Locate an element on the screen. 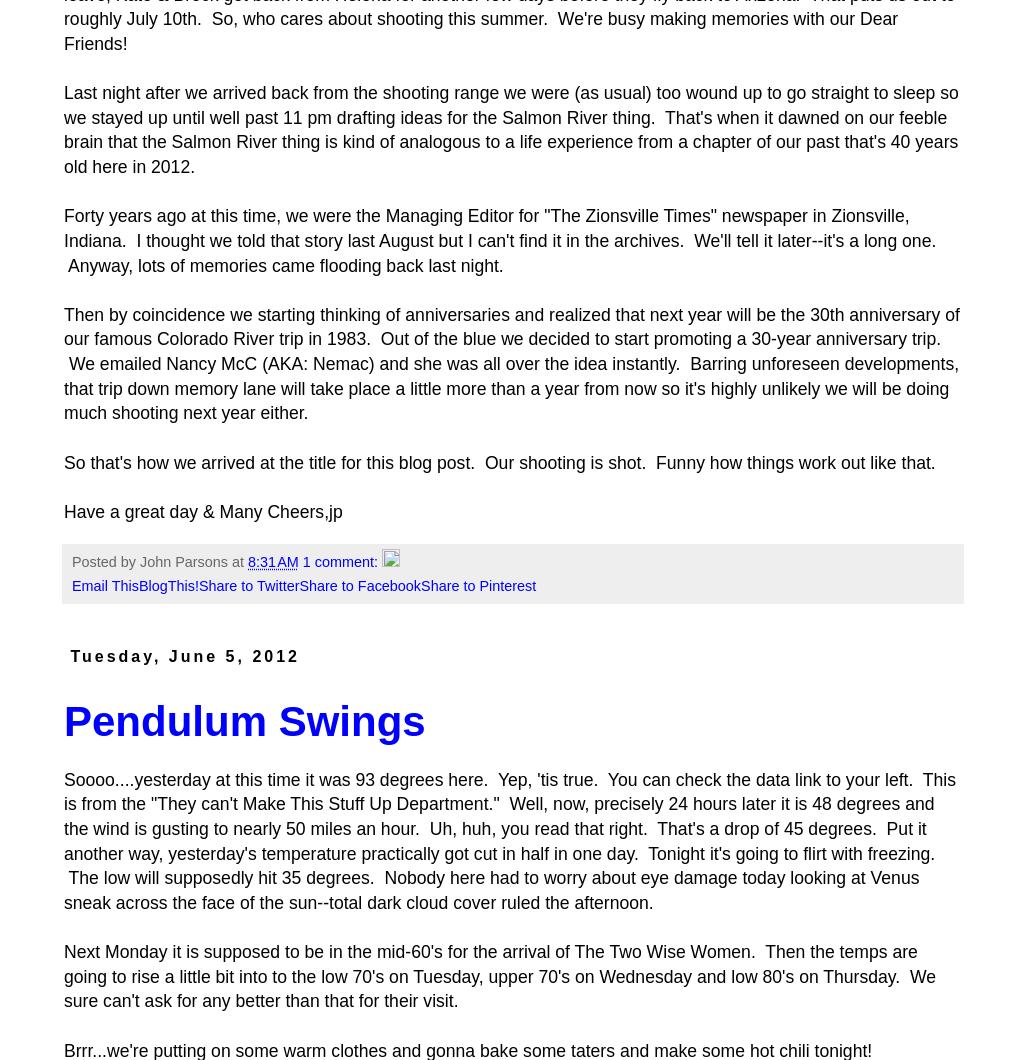 This screenshot has width=1018, height=1060. 'John Parsons' is located at coordinates (183, 562).